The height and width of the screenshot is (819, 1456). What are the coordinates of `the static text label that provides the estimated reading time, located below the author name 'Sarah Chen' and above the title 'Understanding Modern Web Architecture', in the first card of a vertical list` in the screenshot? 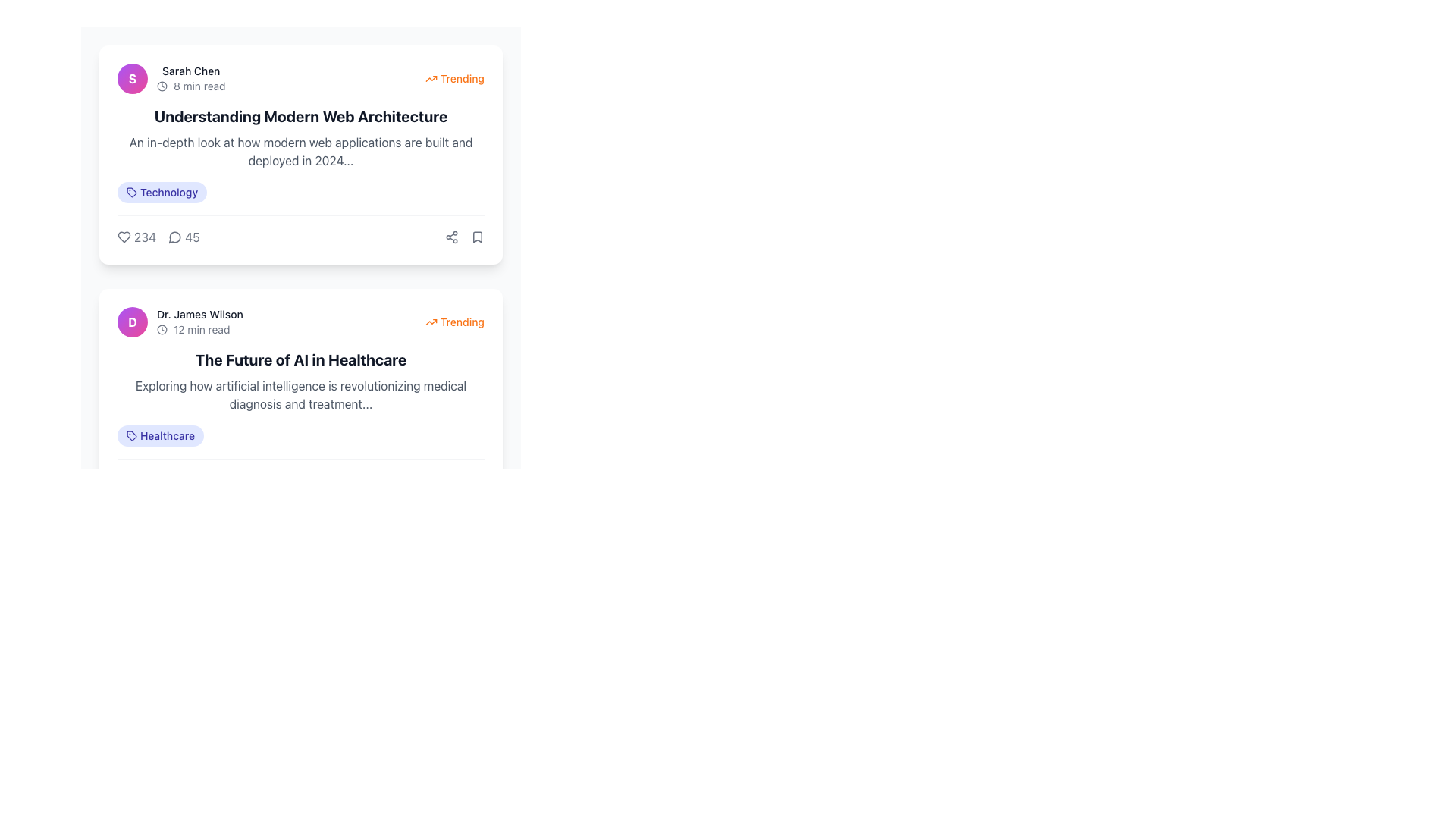 It's located at (199, 86).